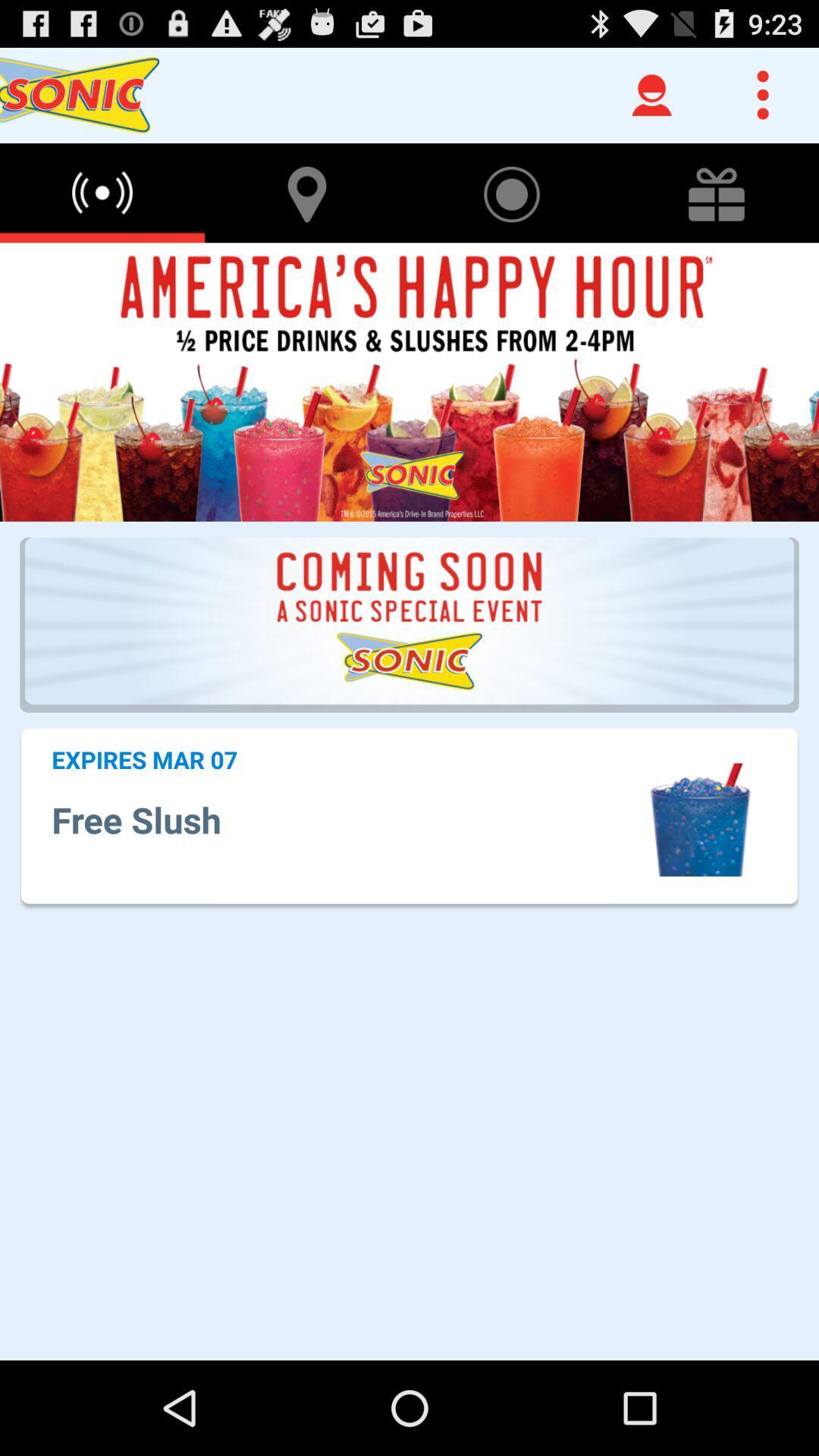 Image resolution: width=819 pixels, height=1456 pixels. Describe the element at coordinates (144, 759) in the screenshot. I see `item on the left` at that location.